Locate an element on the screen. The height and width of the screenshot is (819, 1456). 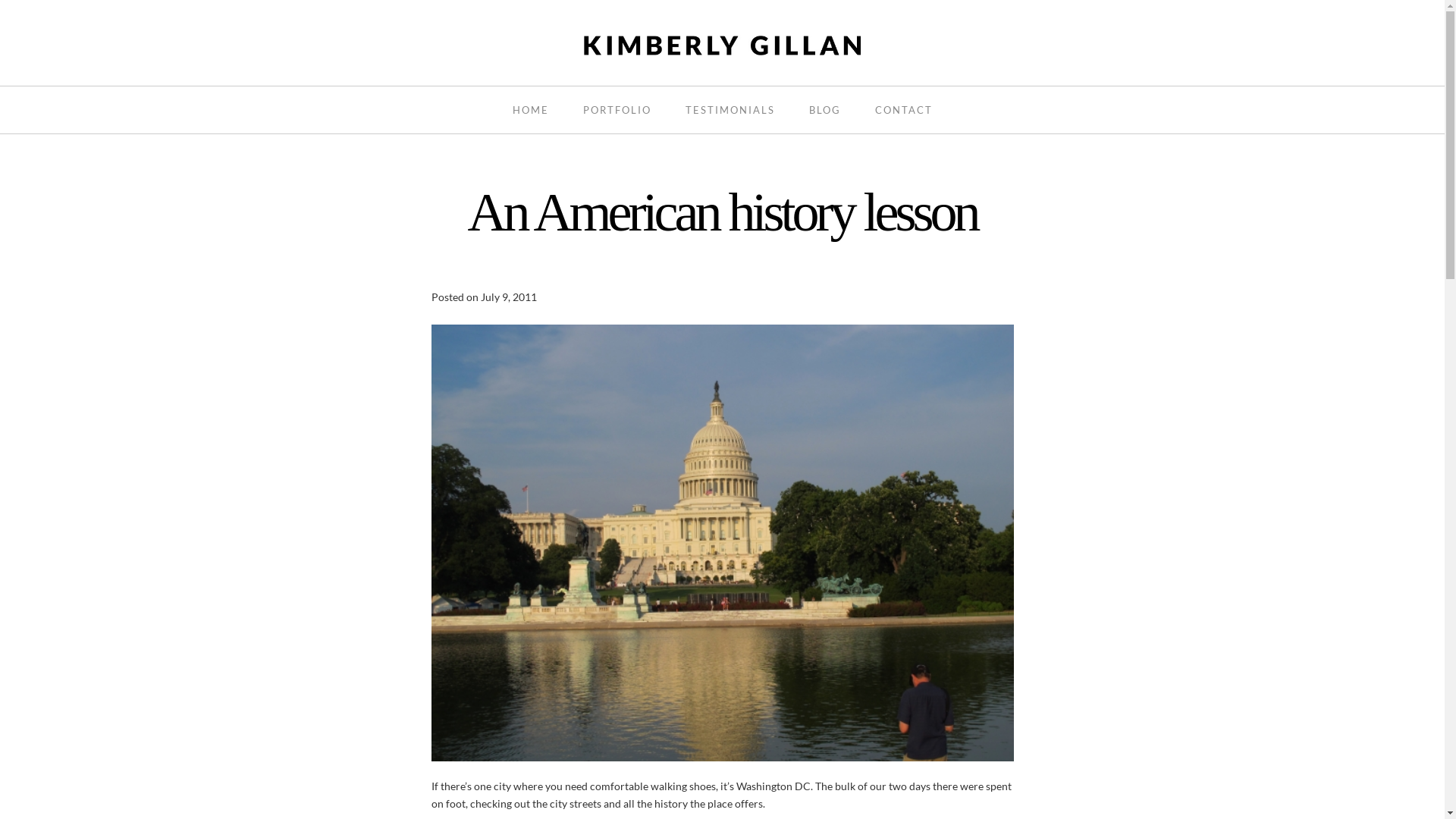
'HOME' is located at coordinates (531, 109).